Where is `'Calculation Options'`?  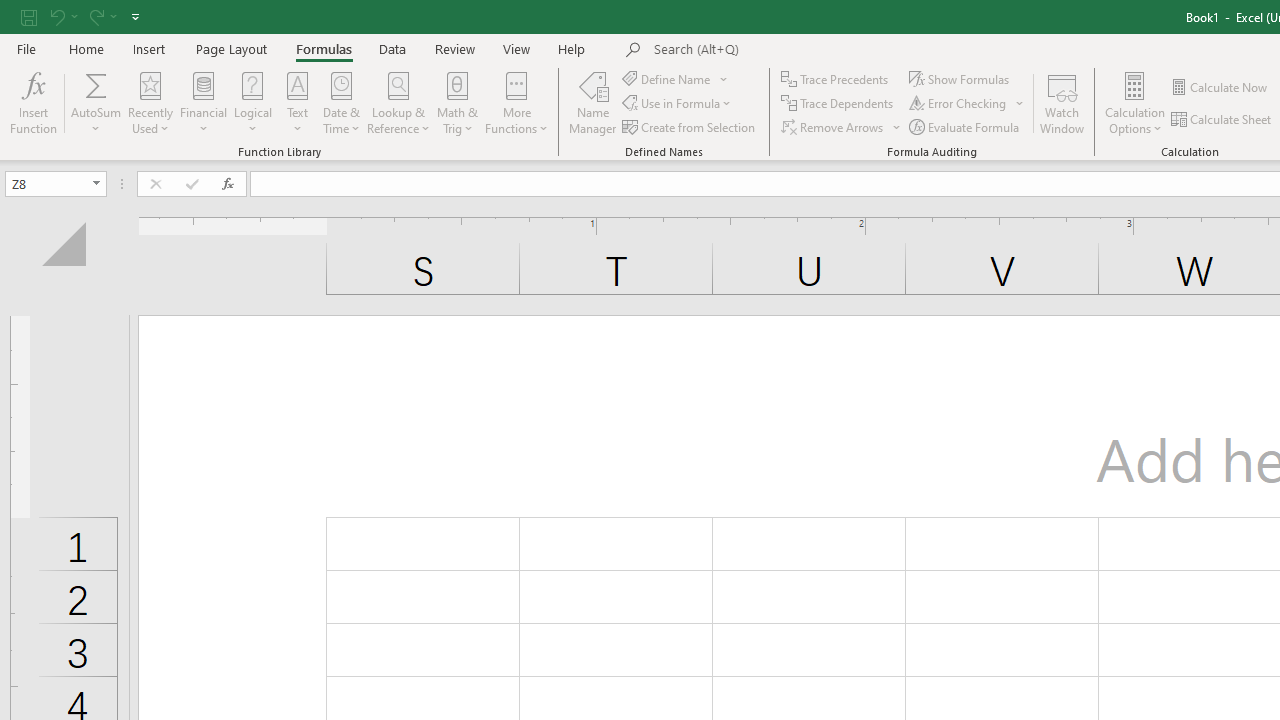
'Calculation Options' is located at coordinates (1135, 103).